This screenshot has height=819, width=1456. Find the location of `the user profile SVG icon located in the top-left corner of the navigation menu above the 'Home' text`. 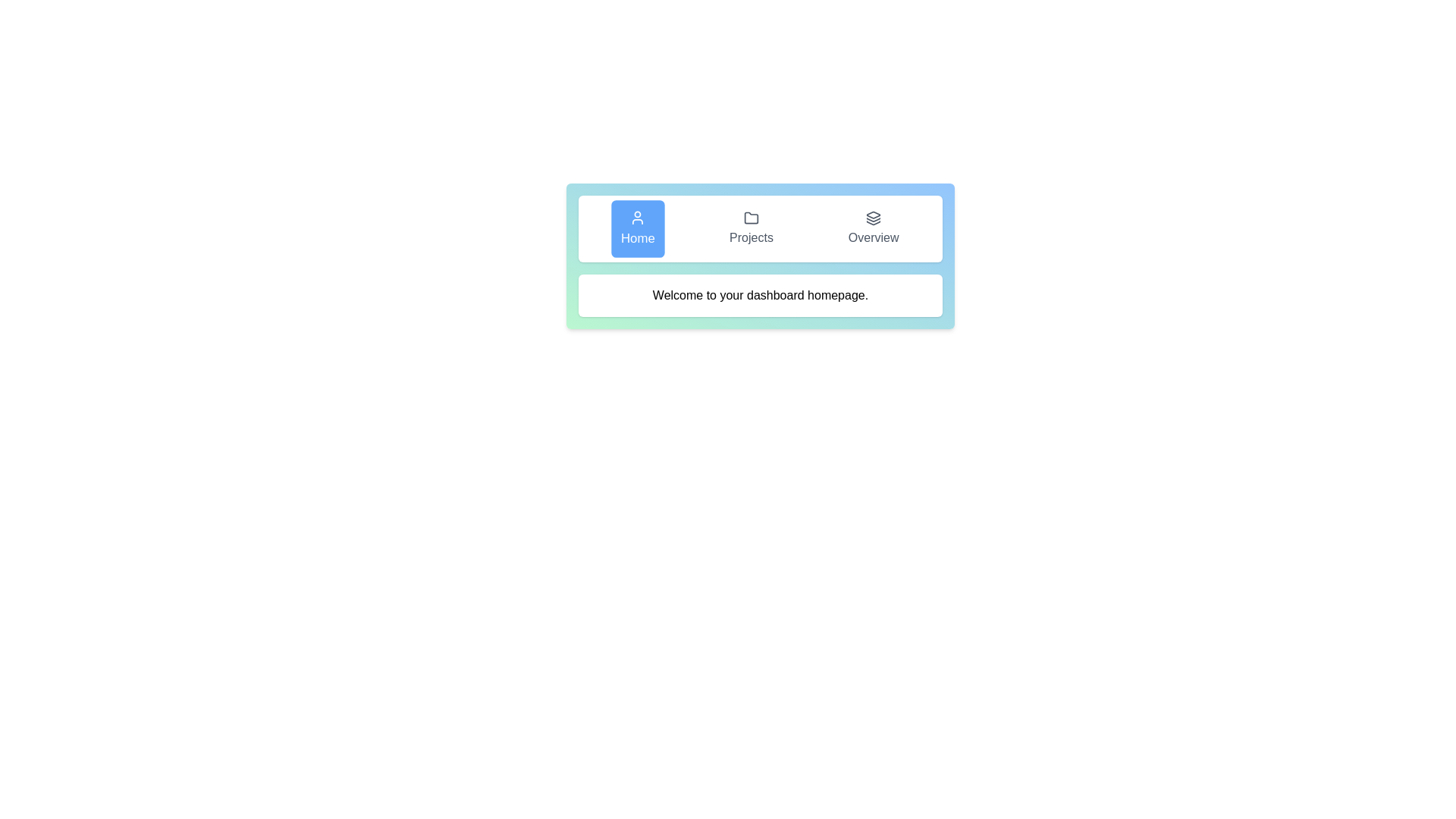

the user profile SVG icon located in the top-left corner of the navigation menu above the 'Home' text is located at coordinates (638, 218).